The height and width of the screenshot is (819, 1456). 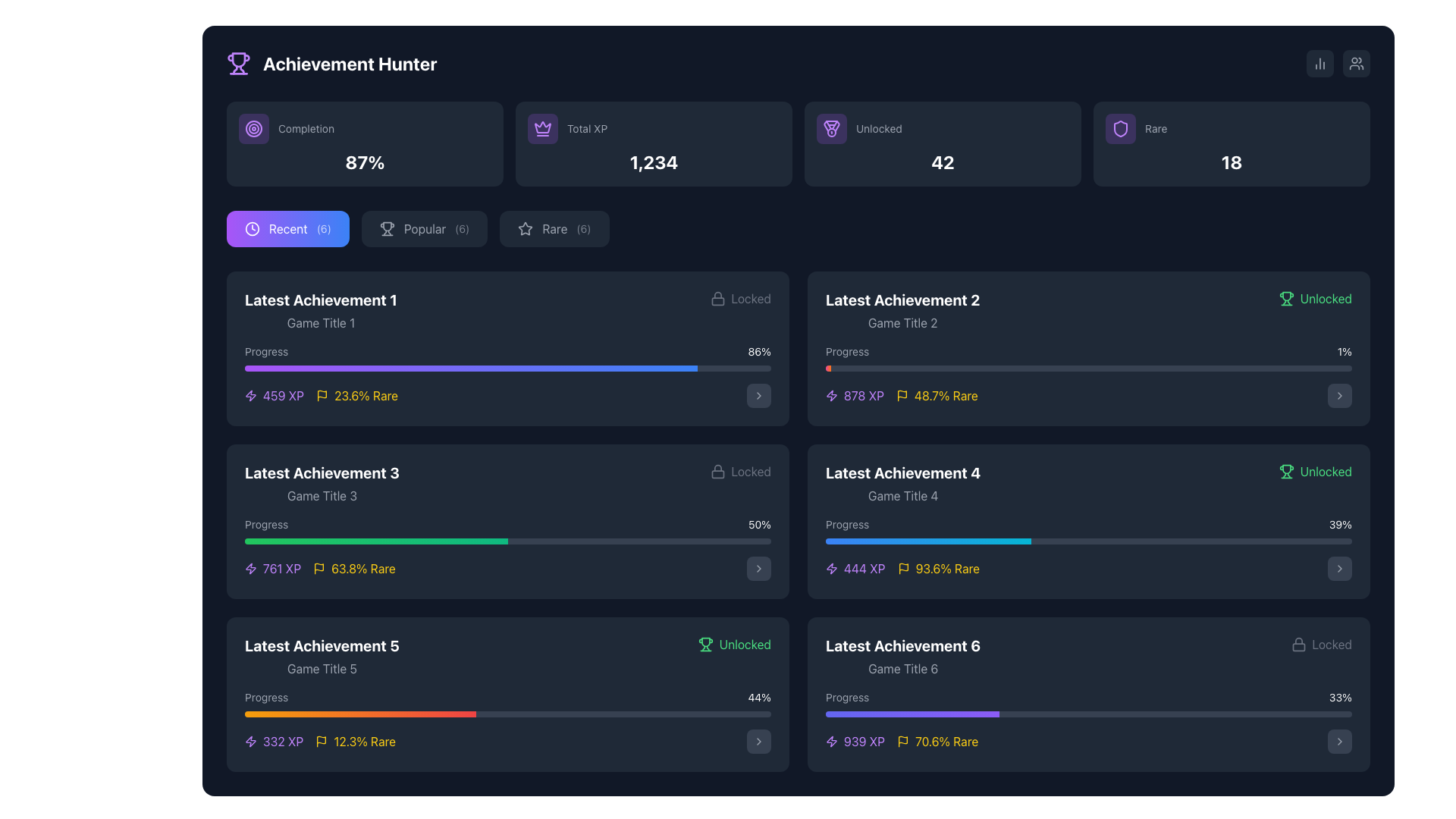 I want to click on the content of the Text Header with Status Indicator located in the second column of the second row of the visible grid, which serves as a title section for an achievement entry, so click(x=508, y=483).